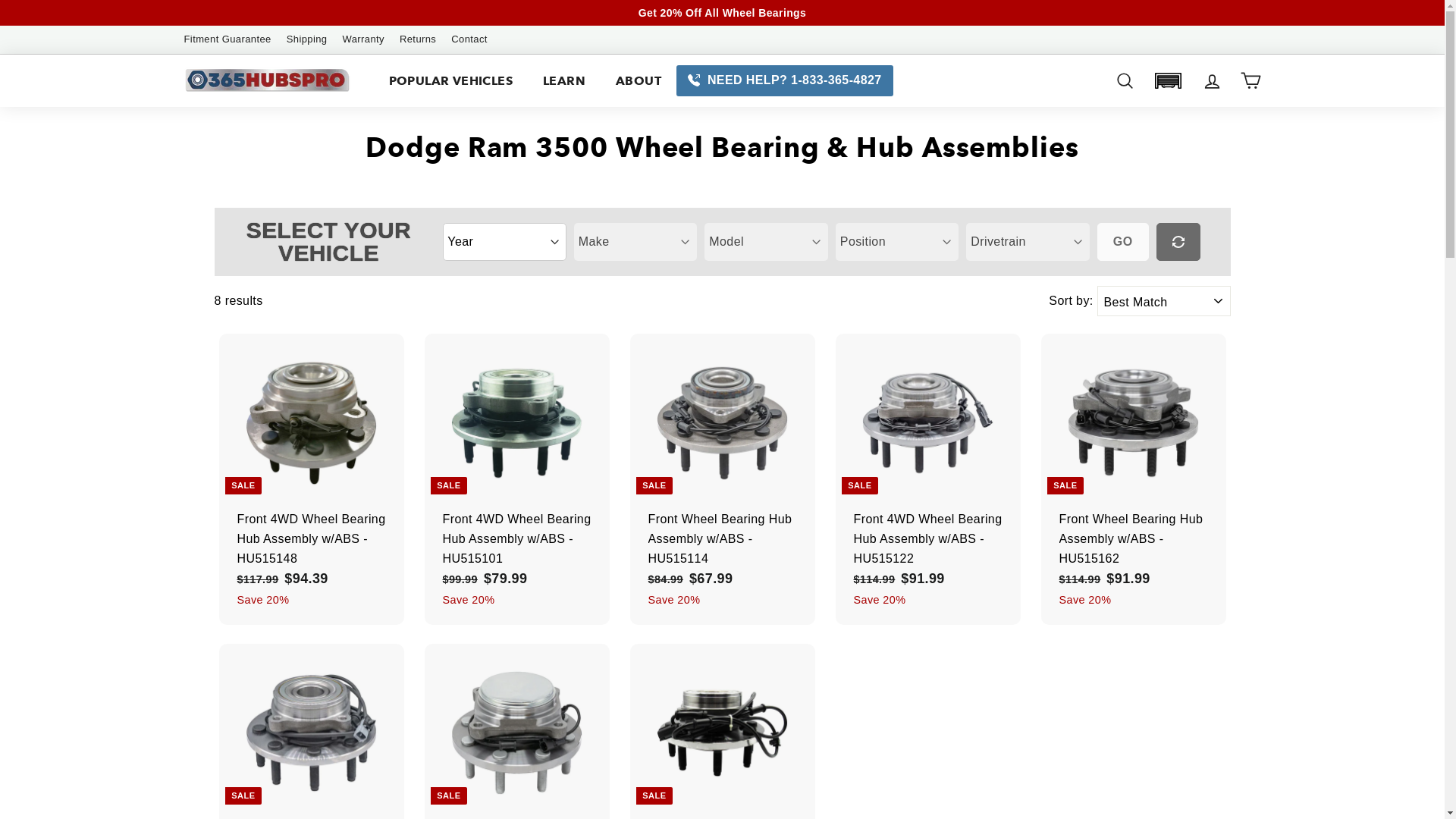 This screenshot has width=1456, height=819. What do you see at coordinates (1167, 80) in the screenshot?
I see `'Garage: 0 item(s)'` at bounding box center [1167, 80].